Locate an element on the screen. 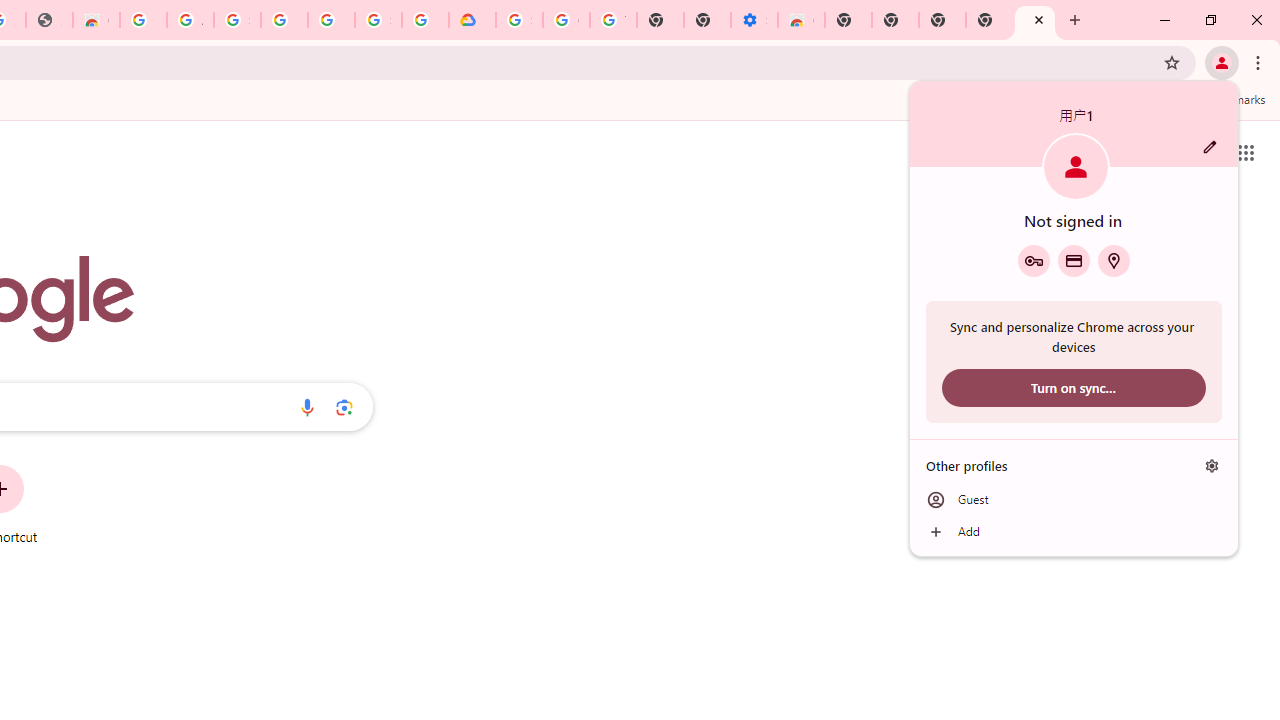 This screenshot has height=720, width=1280. 'Settings - Accessibility' is located at coordinates (753, 20).